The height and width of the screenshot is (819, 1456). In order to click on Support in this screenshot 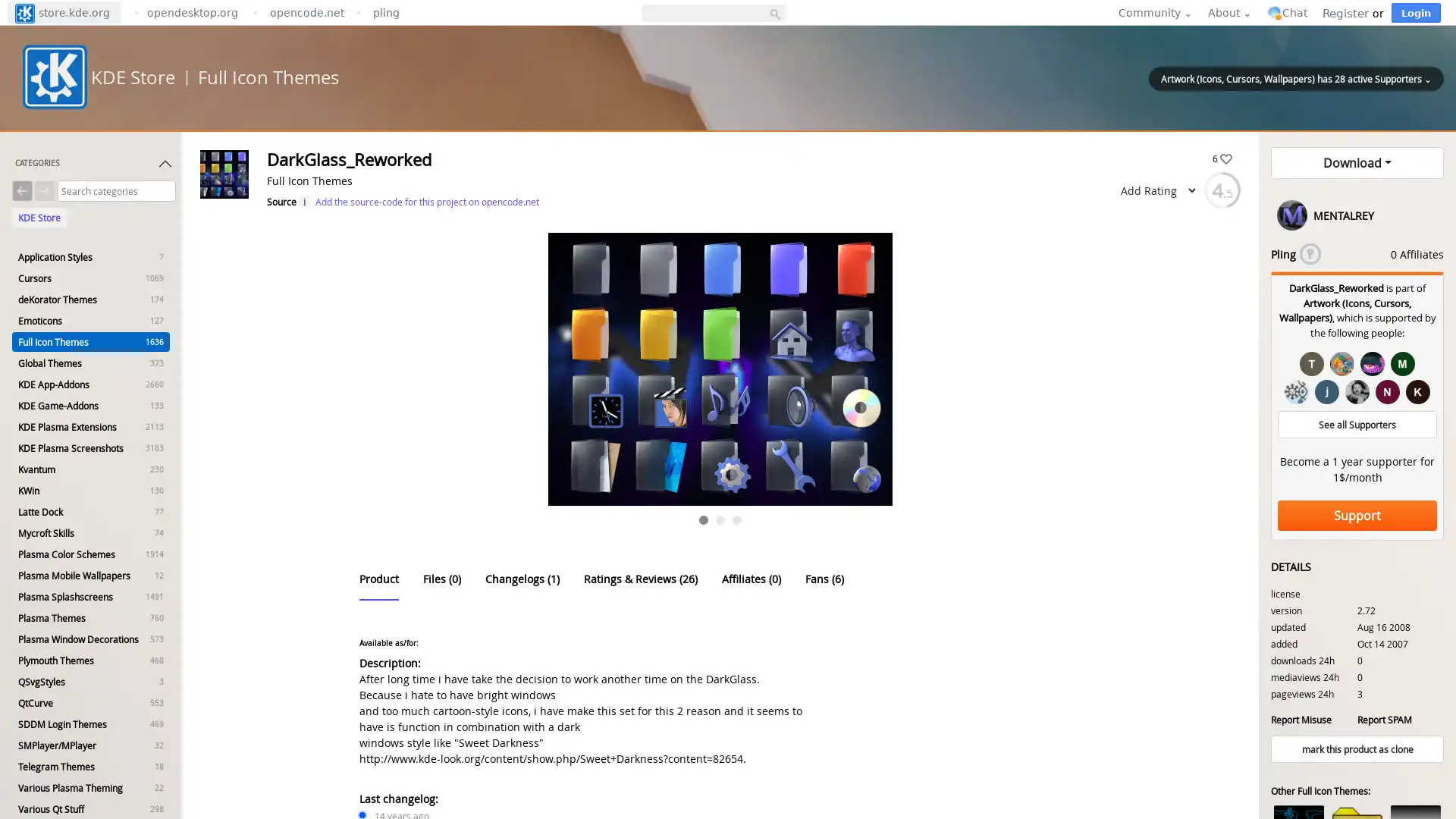, I will do `click(1357, 514)`.